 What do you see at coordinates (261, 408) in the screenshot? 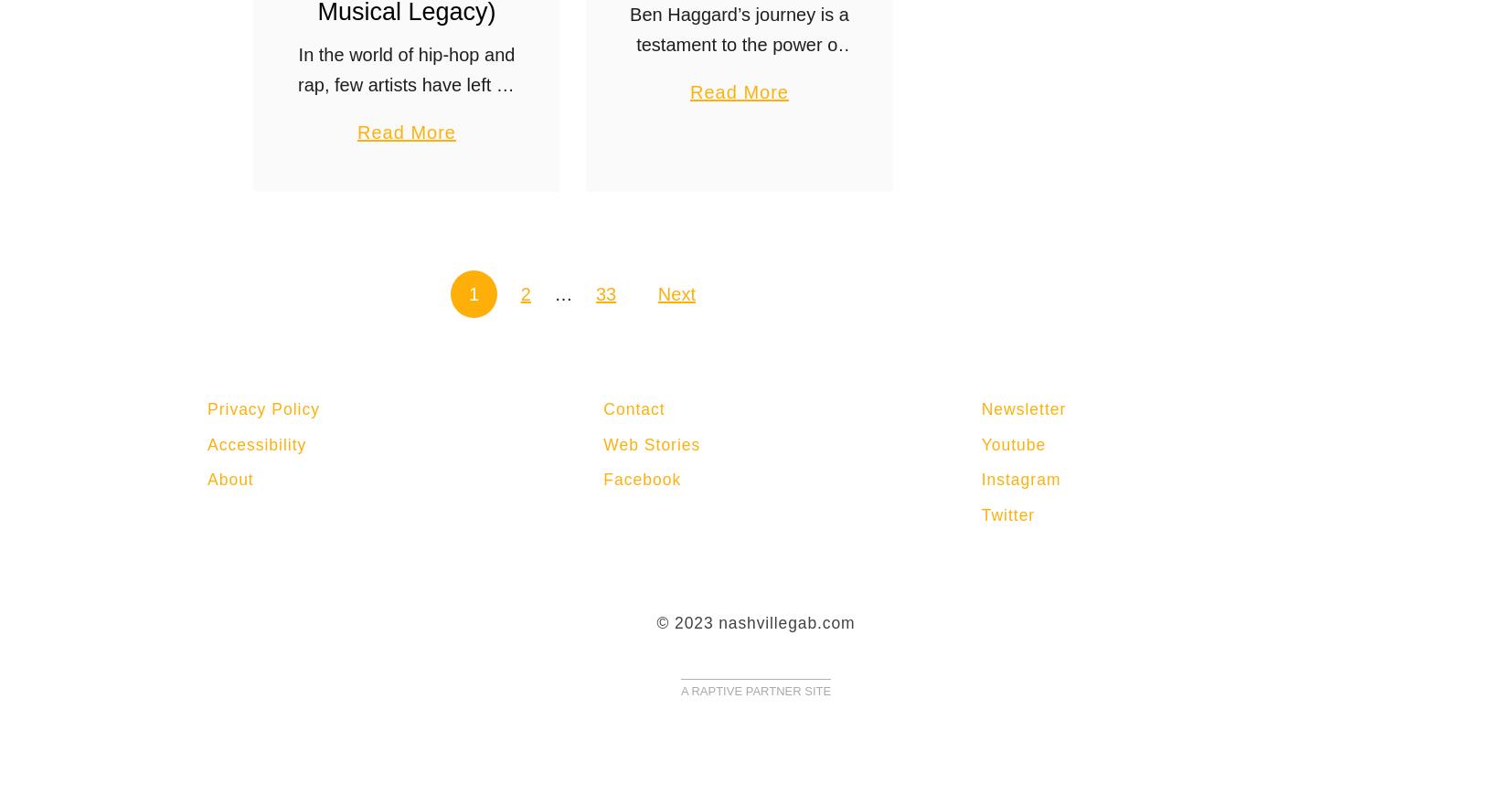
I see `'Privacy Policy'` at bounding box center [261, 408].